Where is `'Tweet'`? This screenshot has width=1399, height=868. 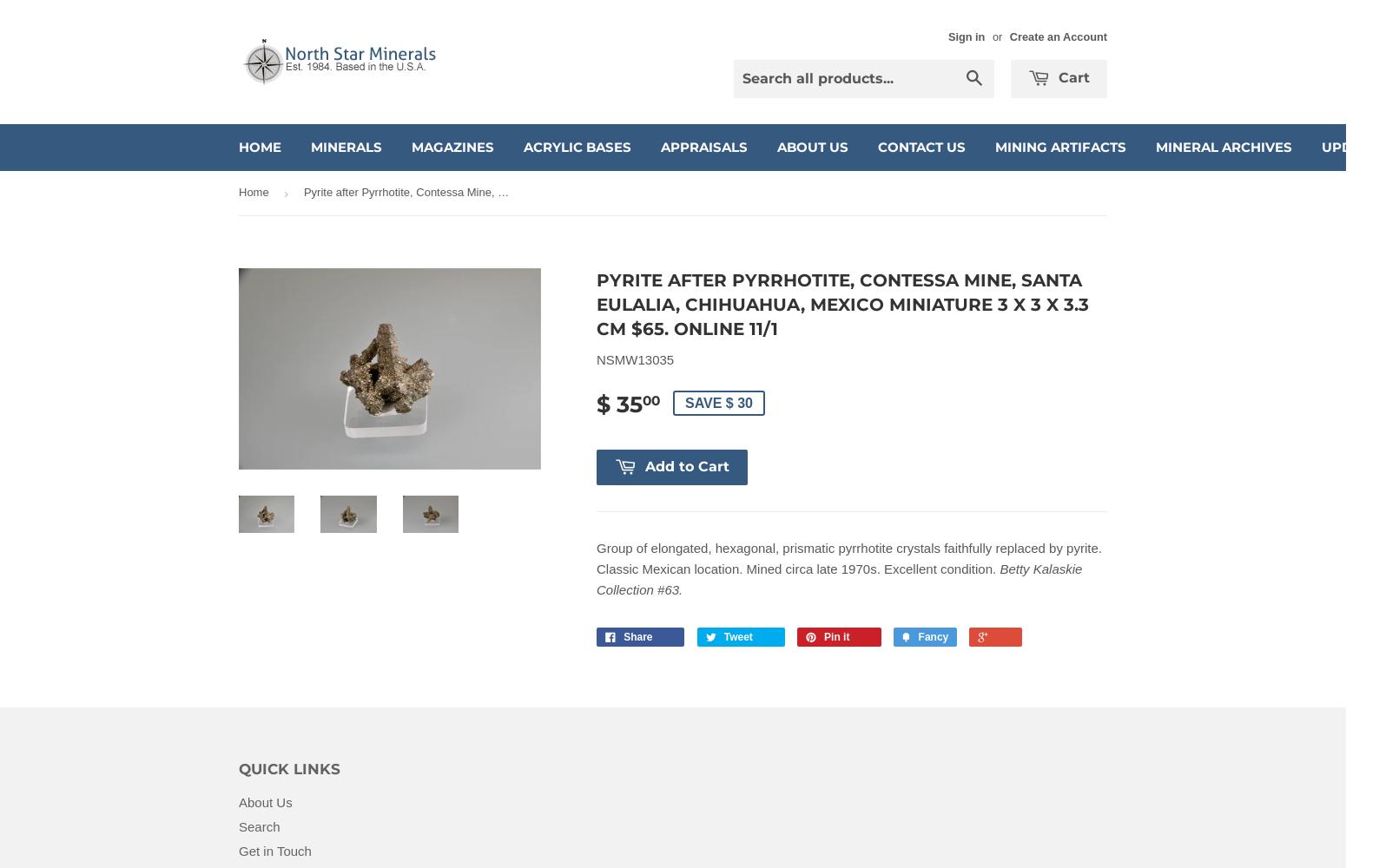
'Tweet' is located at coordinates (723, 635).